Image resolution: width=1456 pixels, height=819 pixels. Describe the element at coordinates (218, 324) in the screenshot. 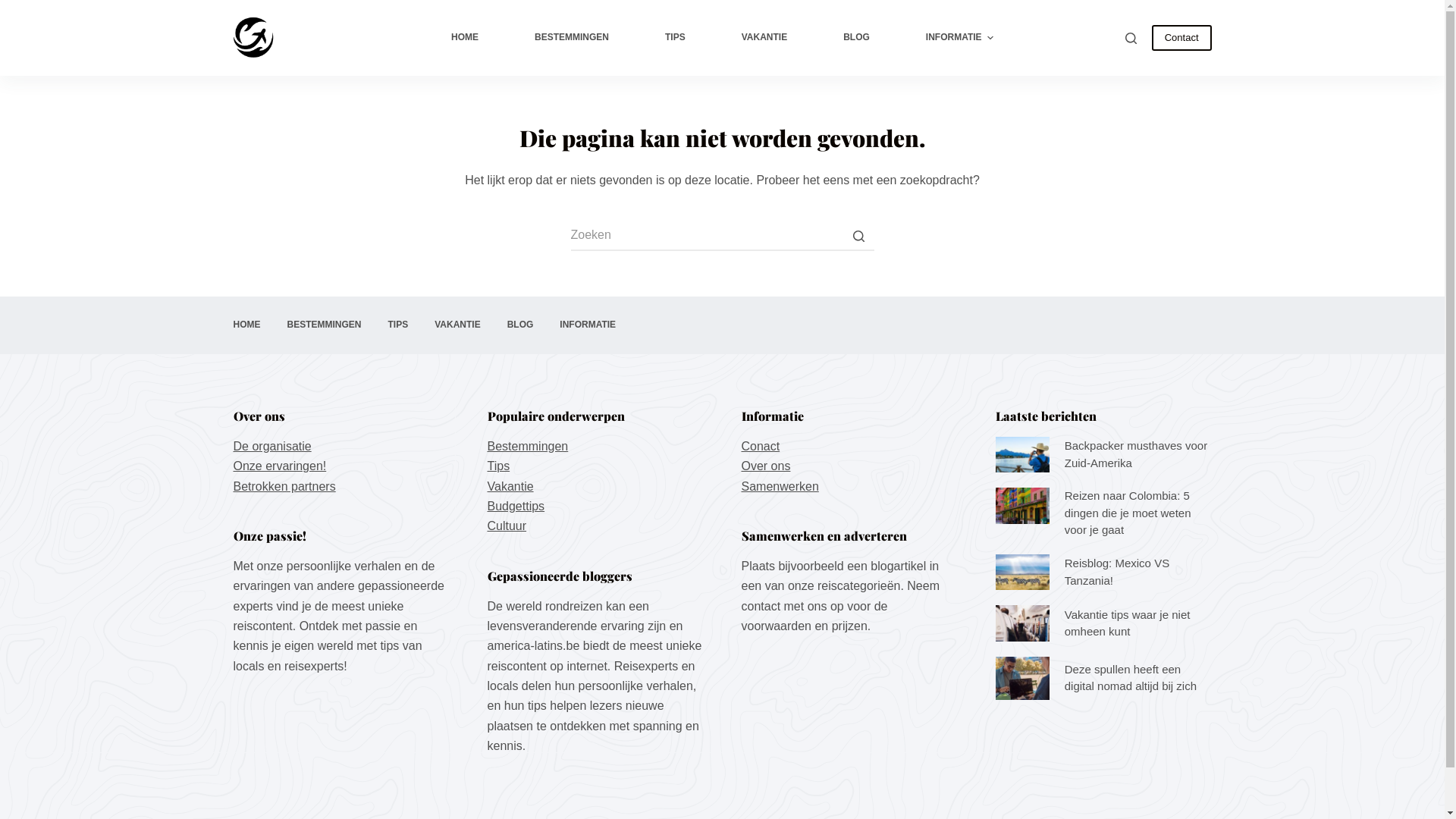

I see `'HOME'` at that location.